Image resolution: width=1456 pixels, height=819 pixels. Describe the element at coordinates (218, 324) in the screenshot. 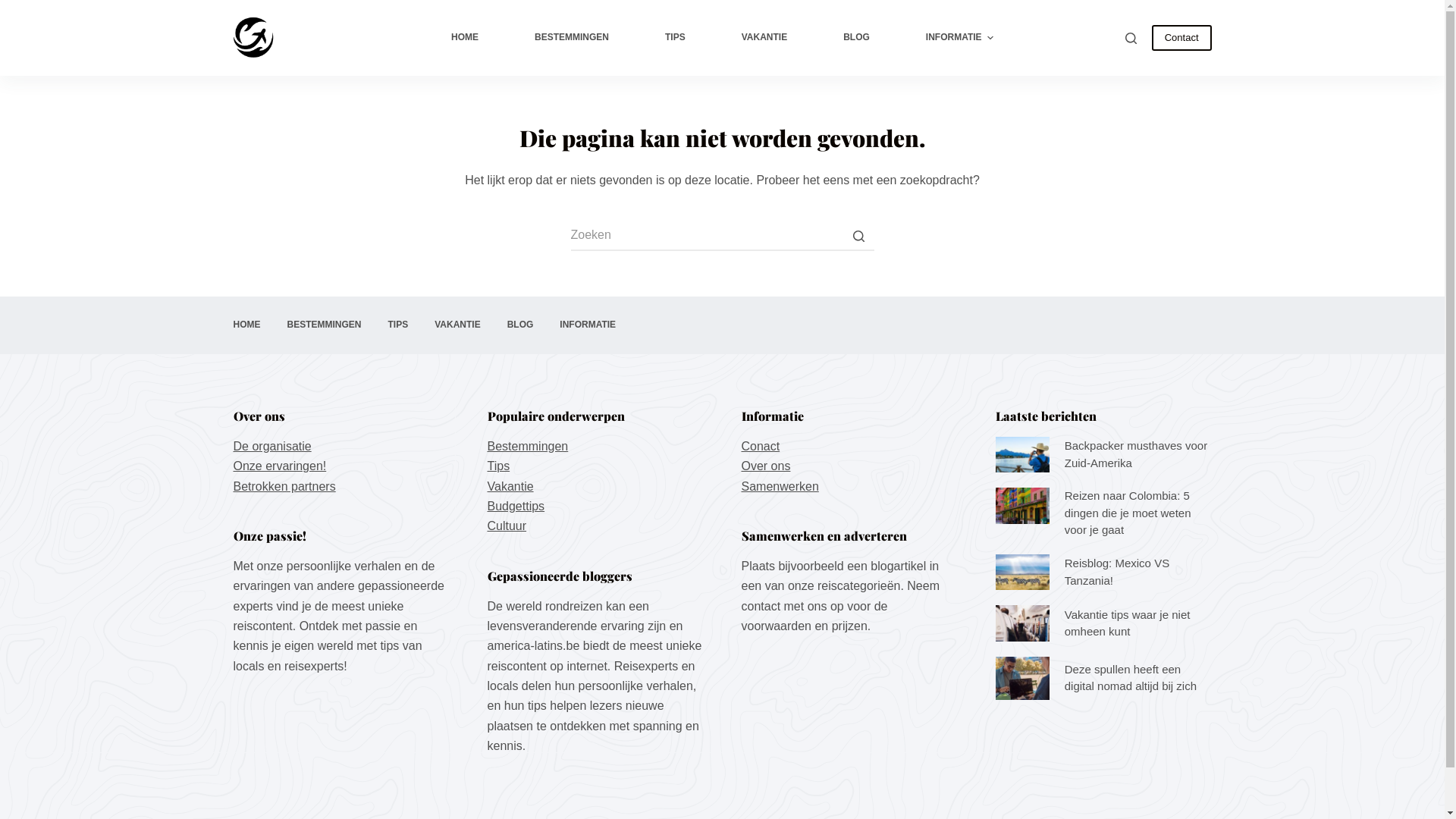

I see `'HOME'` at that location.